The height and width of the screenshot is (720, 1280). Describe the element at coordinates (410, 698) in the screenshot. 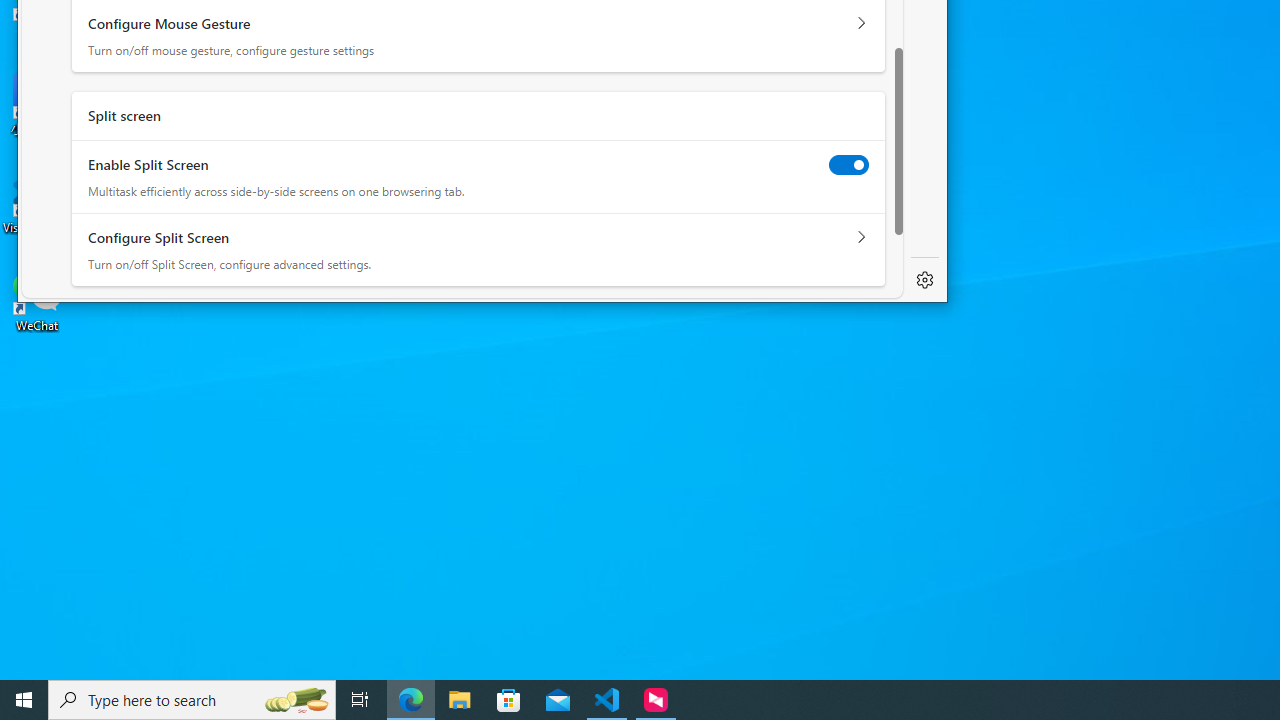

I see `'Microsoft Edge - 1 running window'` at that location.